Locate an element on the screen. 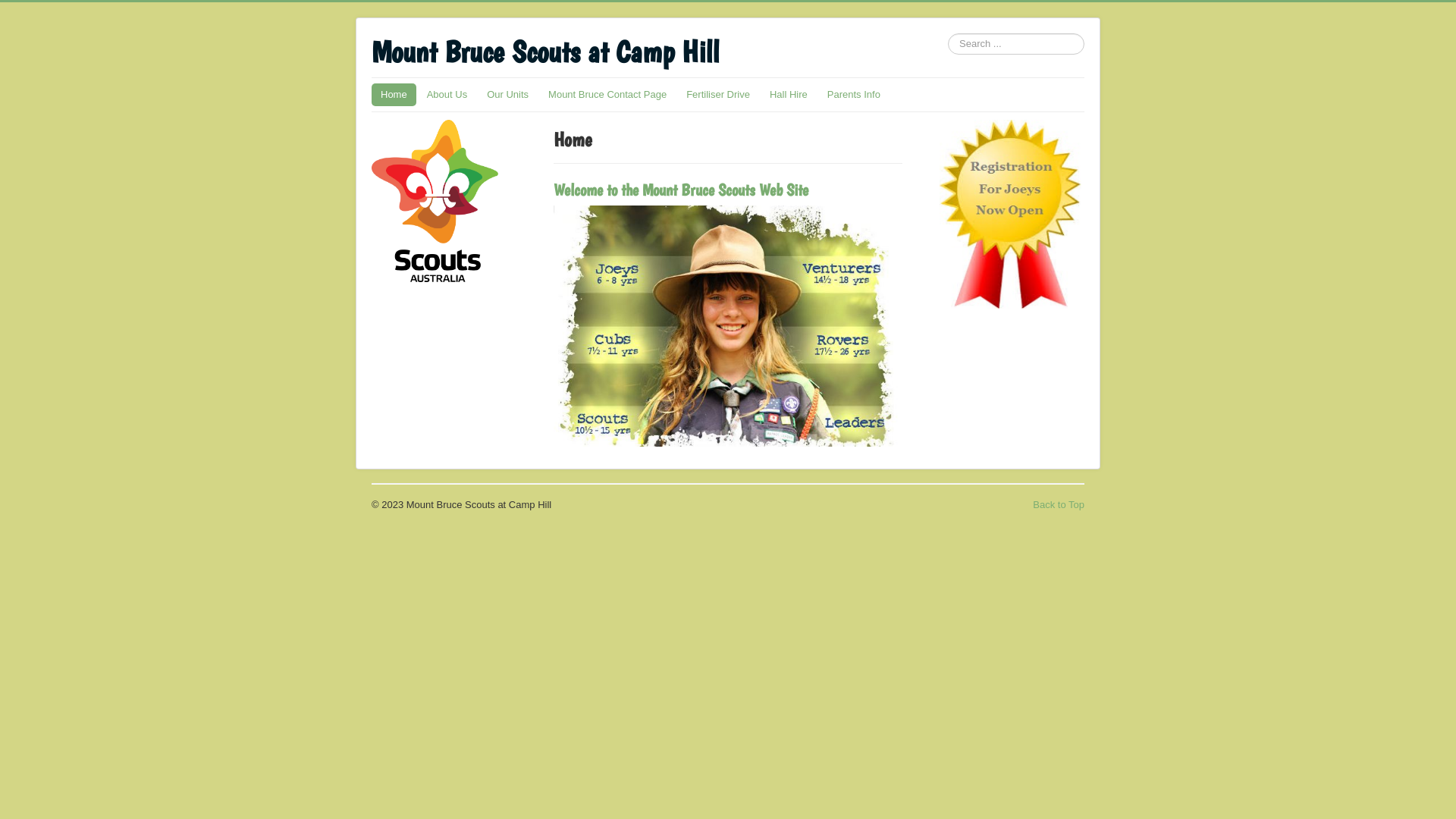  'About Us' is located at coordinates (446, 94).